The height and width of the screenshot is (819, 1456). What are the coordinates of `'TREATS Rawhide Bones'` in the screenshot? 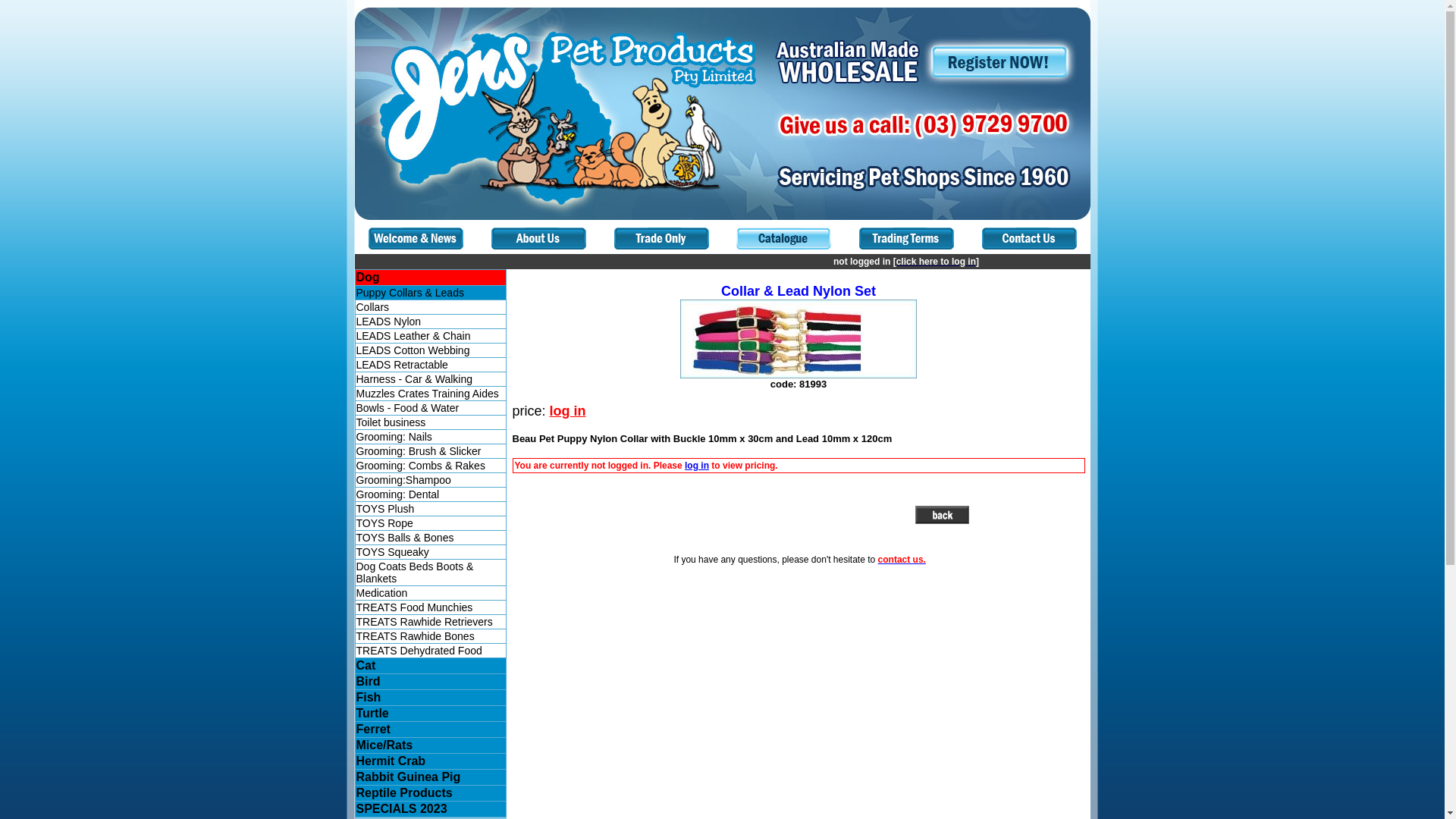 It's located at (415, 636).